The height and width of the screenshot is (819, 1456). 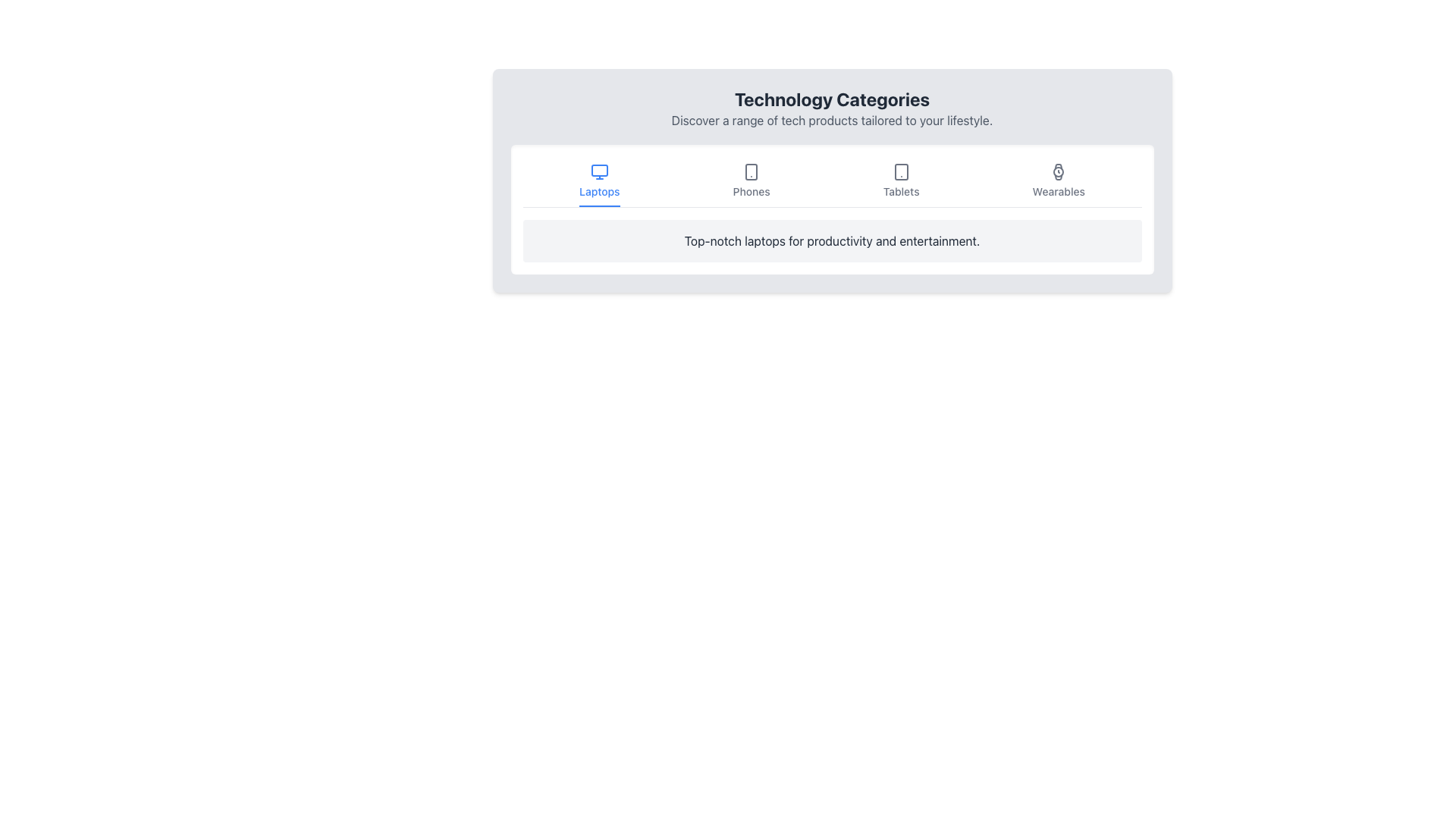 I want to click on the 'Phones' category icon located in the horizontal navigation bar below 'Technology Categories', so click(x=752, y=171).